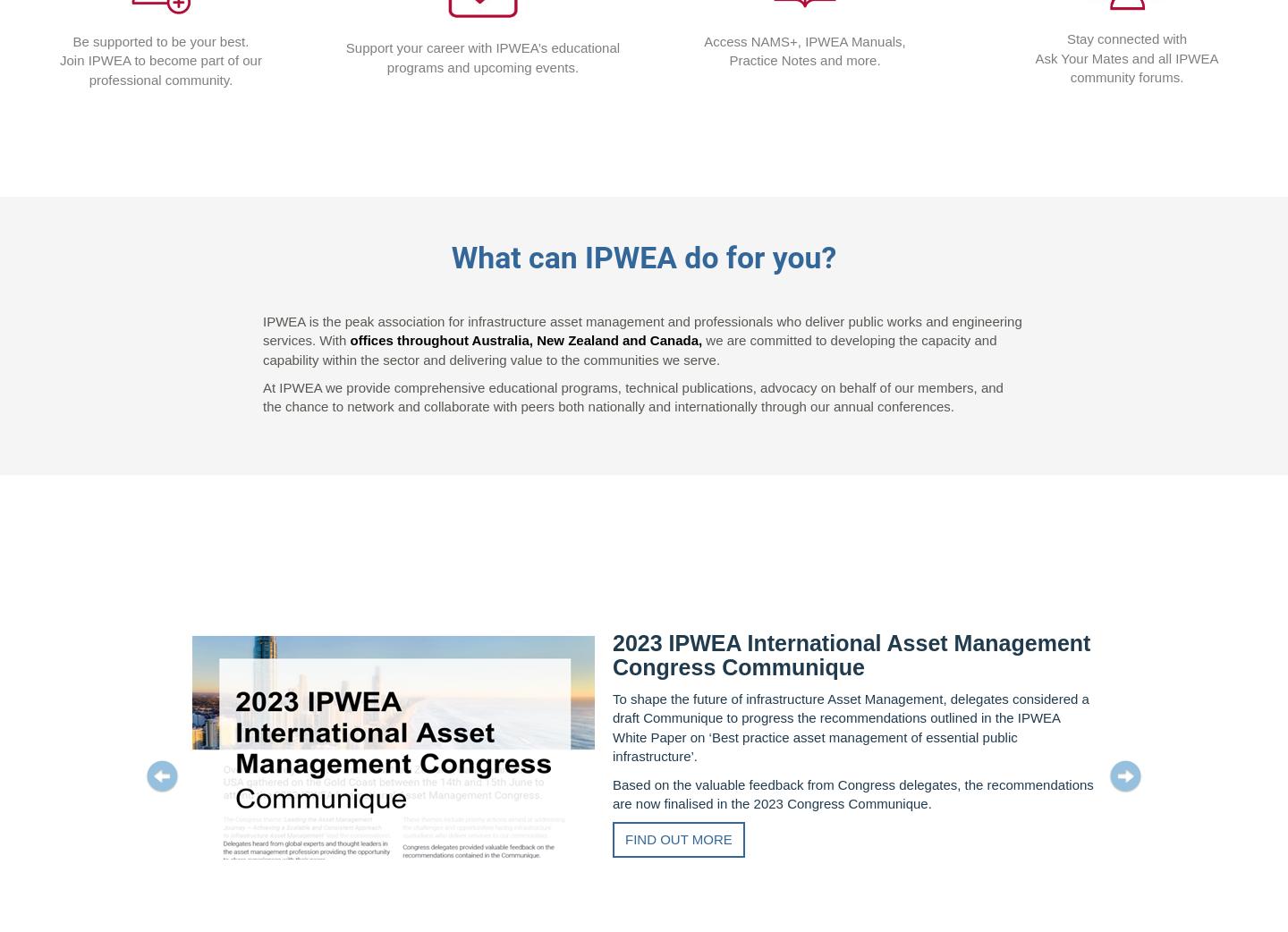 The width and height of the screenshot is (1288, 932). What do you see at coordinates (641, 329) in the screenshot?
I see `'IPWEA is the peak association for infrastructure asset management and professionals who deliver public works and engineering services. With'` at bounding box center [641, 329].